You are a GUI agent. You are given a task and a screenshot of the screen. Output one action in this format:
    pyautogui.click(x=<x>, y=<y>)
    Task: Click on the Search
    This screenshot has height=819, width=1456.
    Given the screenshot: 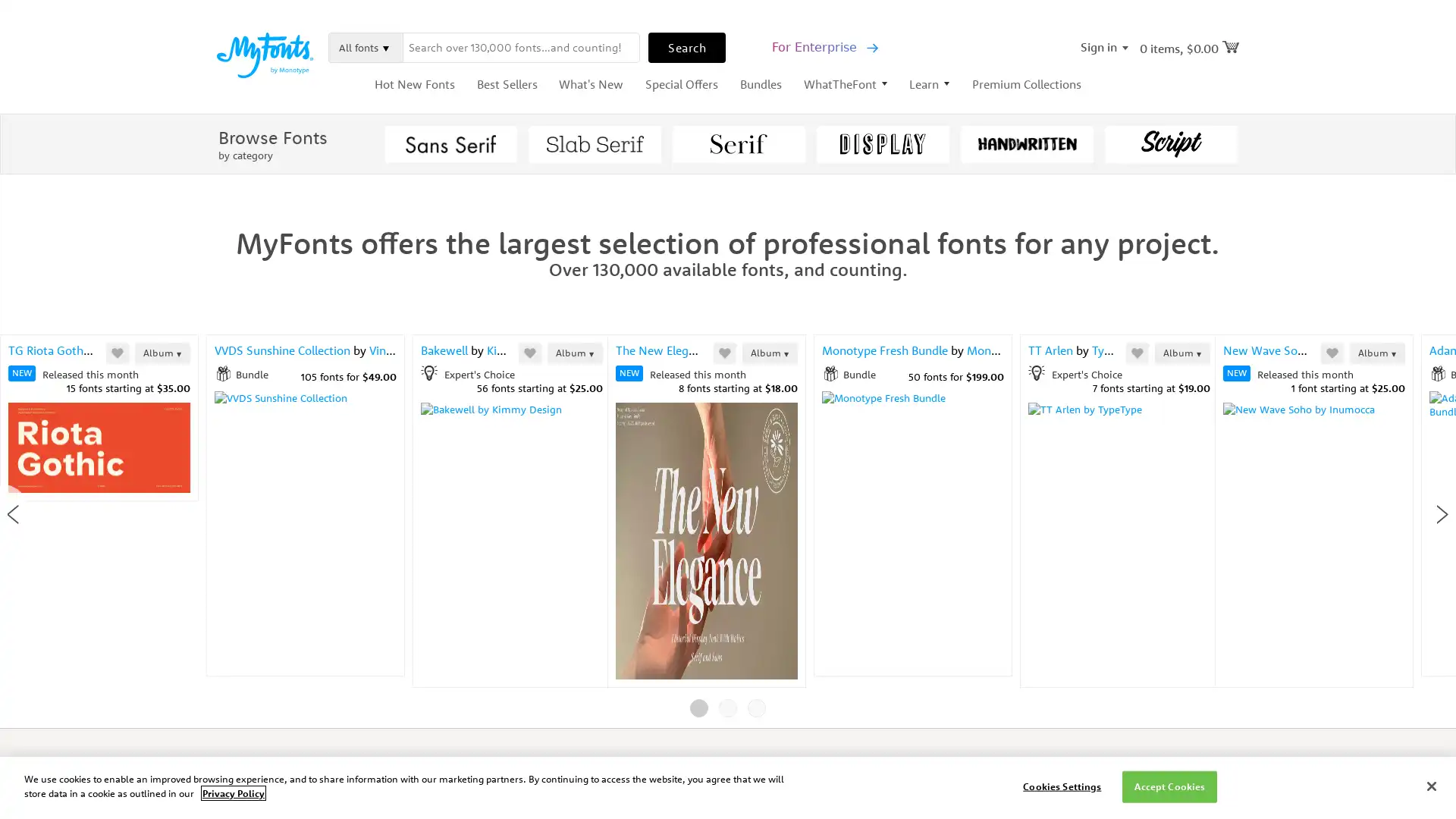 What is the action you would take?
    pyautogui.click(x=686, y=45)
    